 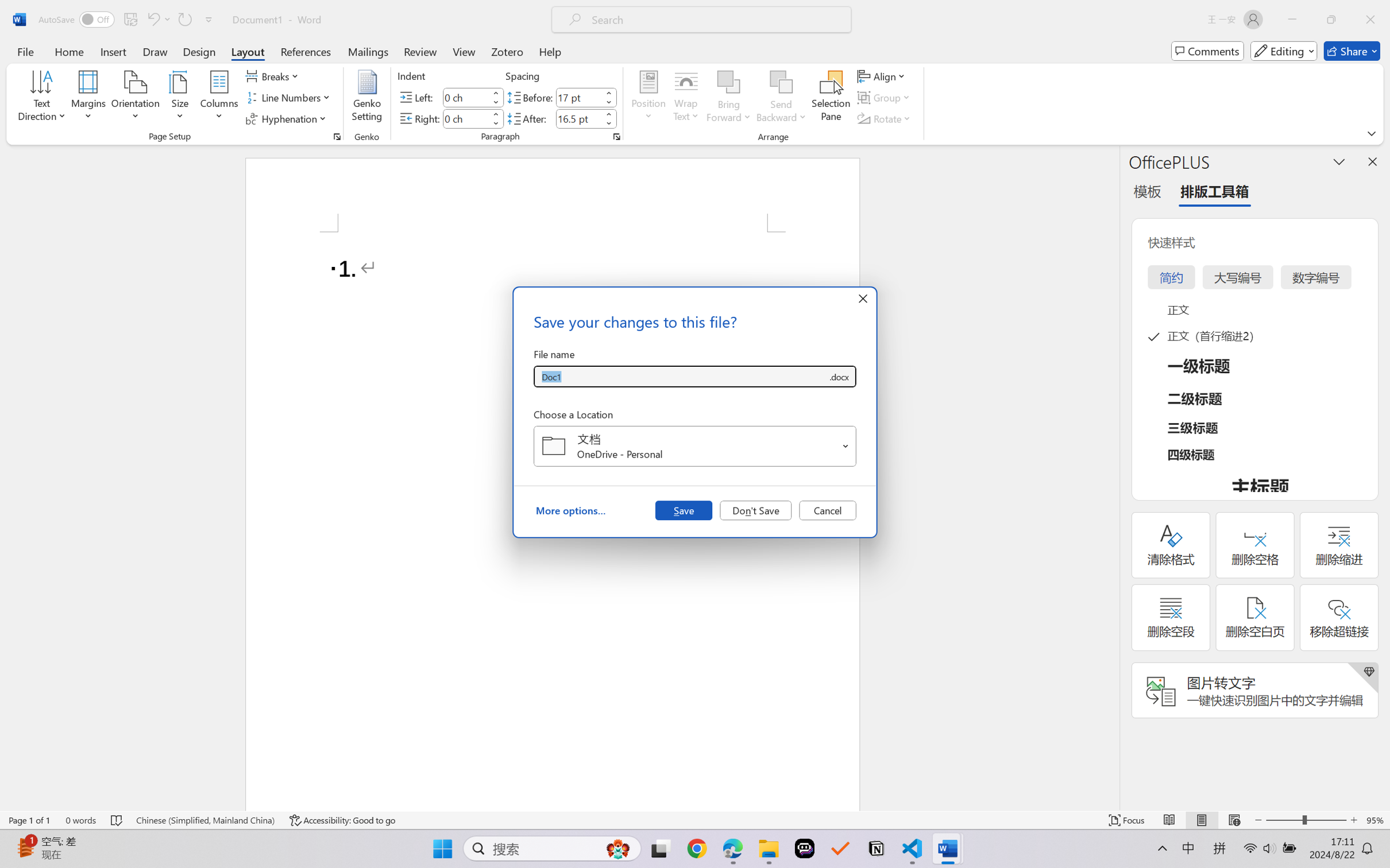 What do you see at coordinates (336, 136) in the screenshot?
I see `'Page Setup...'` at bounding box center [336, 136].